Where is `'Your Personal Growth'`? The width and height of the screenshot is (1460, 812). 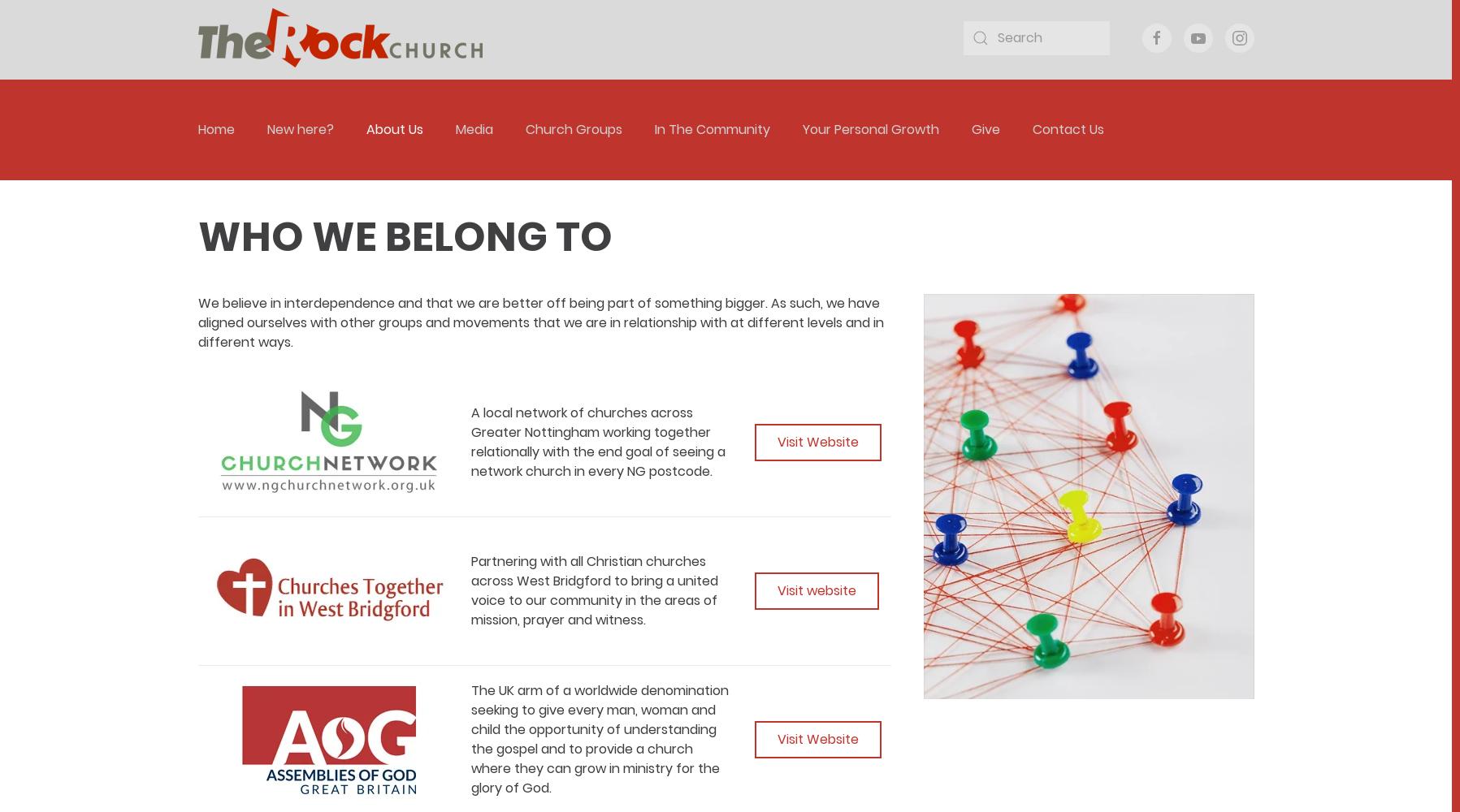
'Your Personal Growth' is located at coordinates (870, 129).